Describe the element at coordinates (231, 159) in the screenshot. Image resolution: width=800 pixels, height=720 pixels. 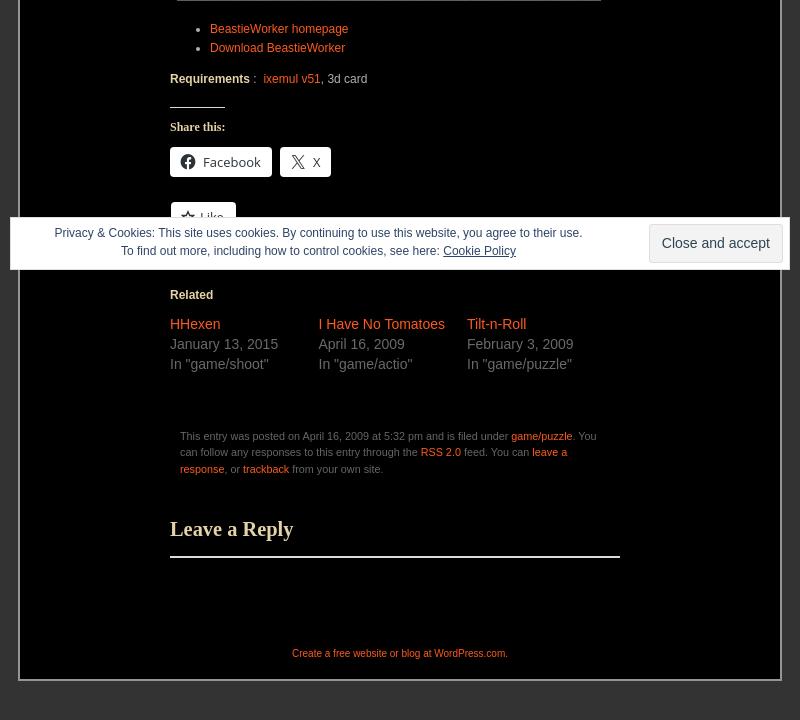
I see `'Facebook'` at that location.